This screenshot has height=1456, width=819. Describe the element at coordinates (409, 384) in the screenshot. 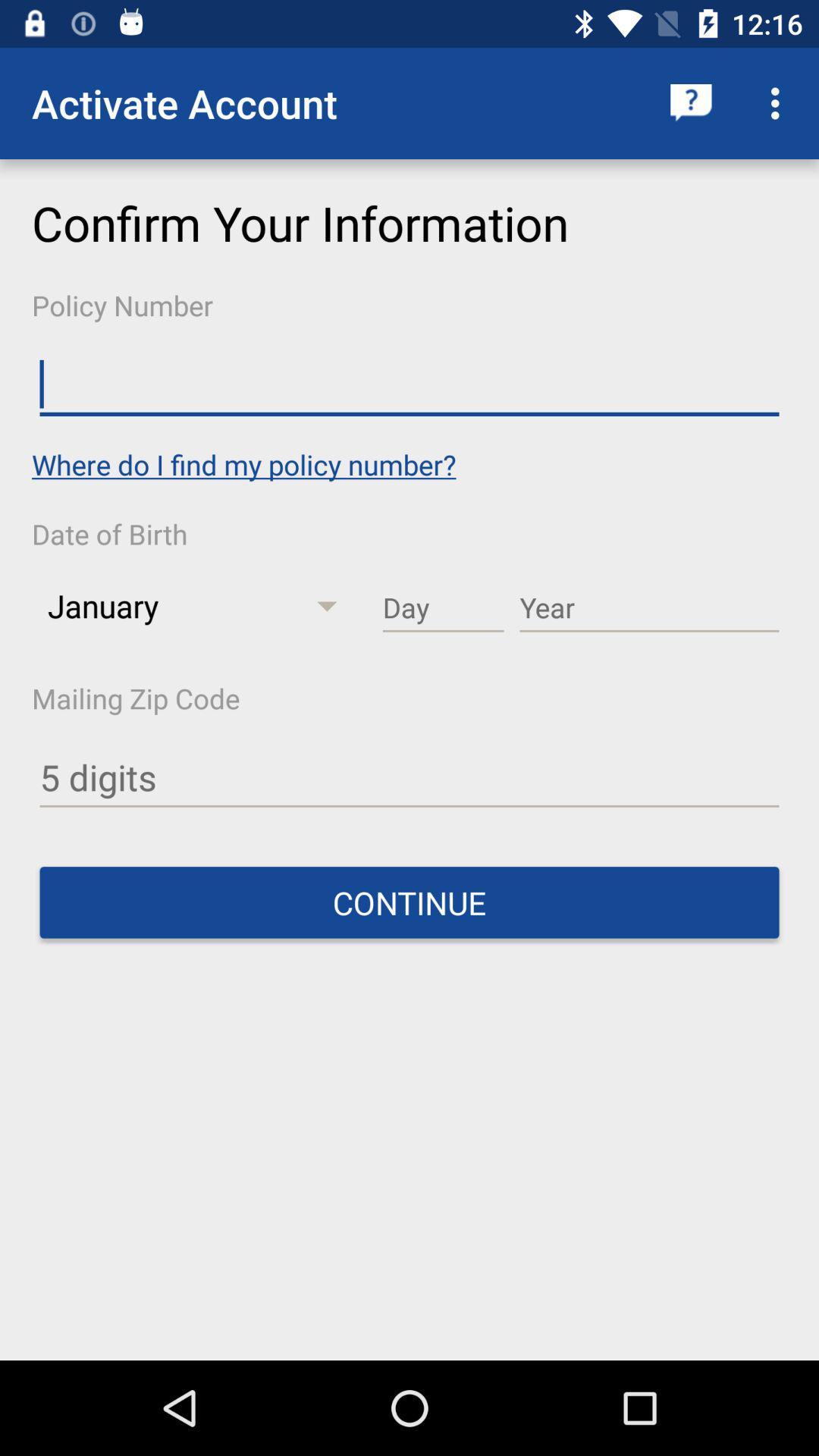

I see `policy number` at that location.